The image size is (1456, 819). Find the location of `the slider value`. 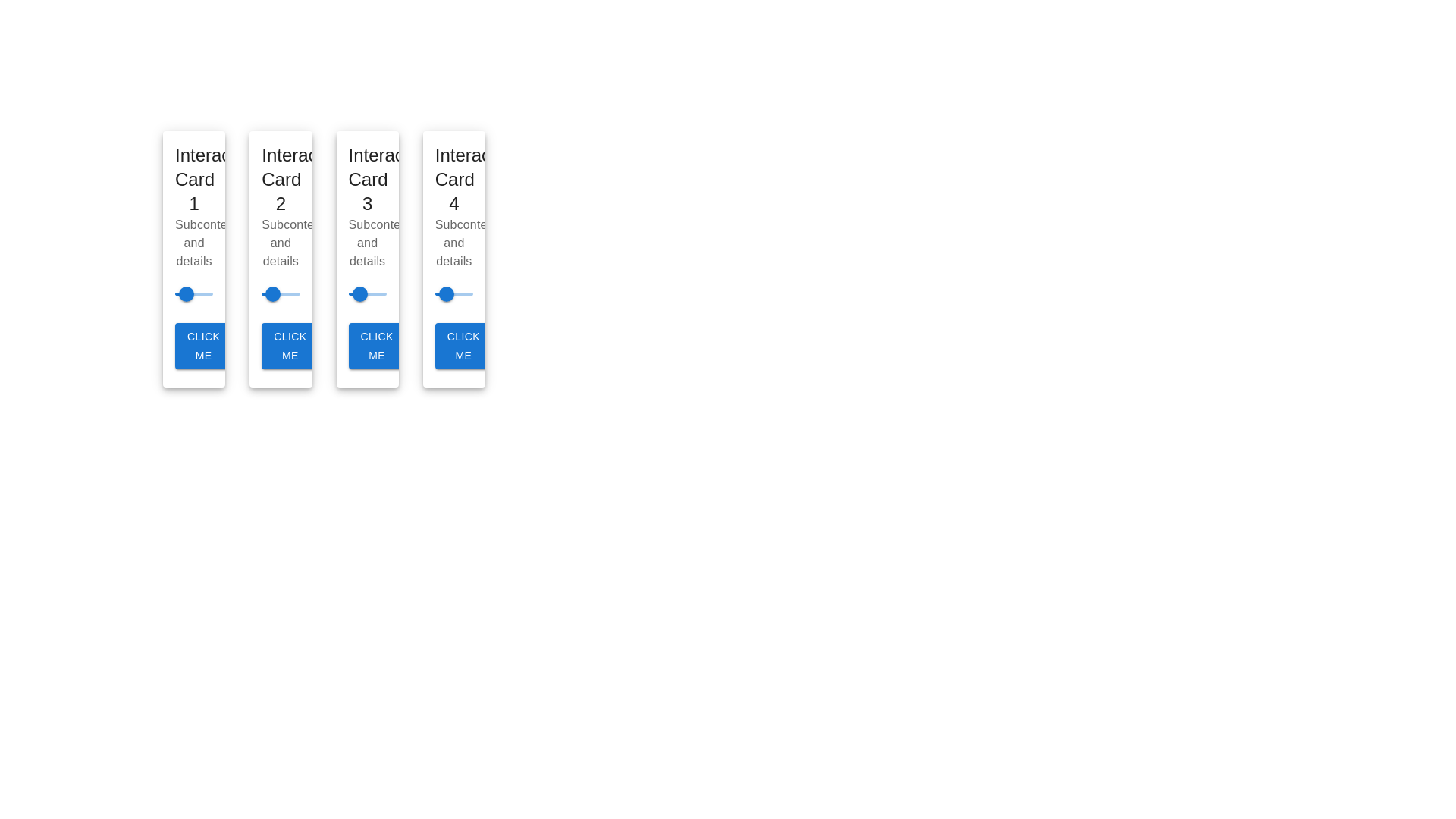

the slider value is located at coordinates (337, 294).